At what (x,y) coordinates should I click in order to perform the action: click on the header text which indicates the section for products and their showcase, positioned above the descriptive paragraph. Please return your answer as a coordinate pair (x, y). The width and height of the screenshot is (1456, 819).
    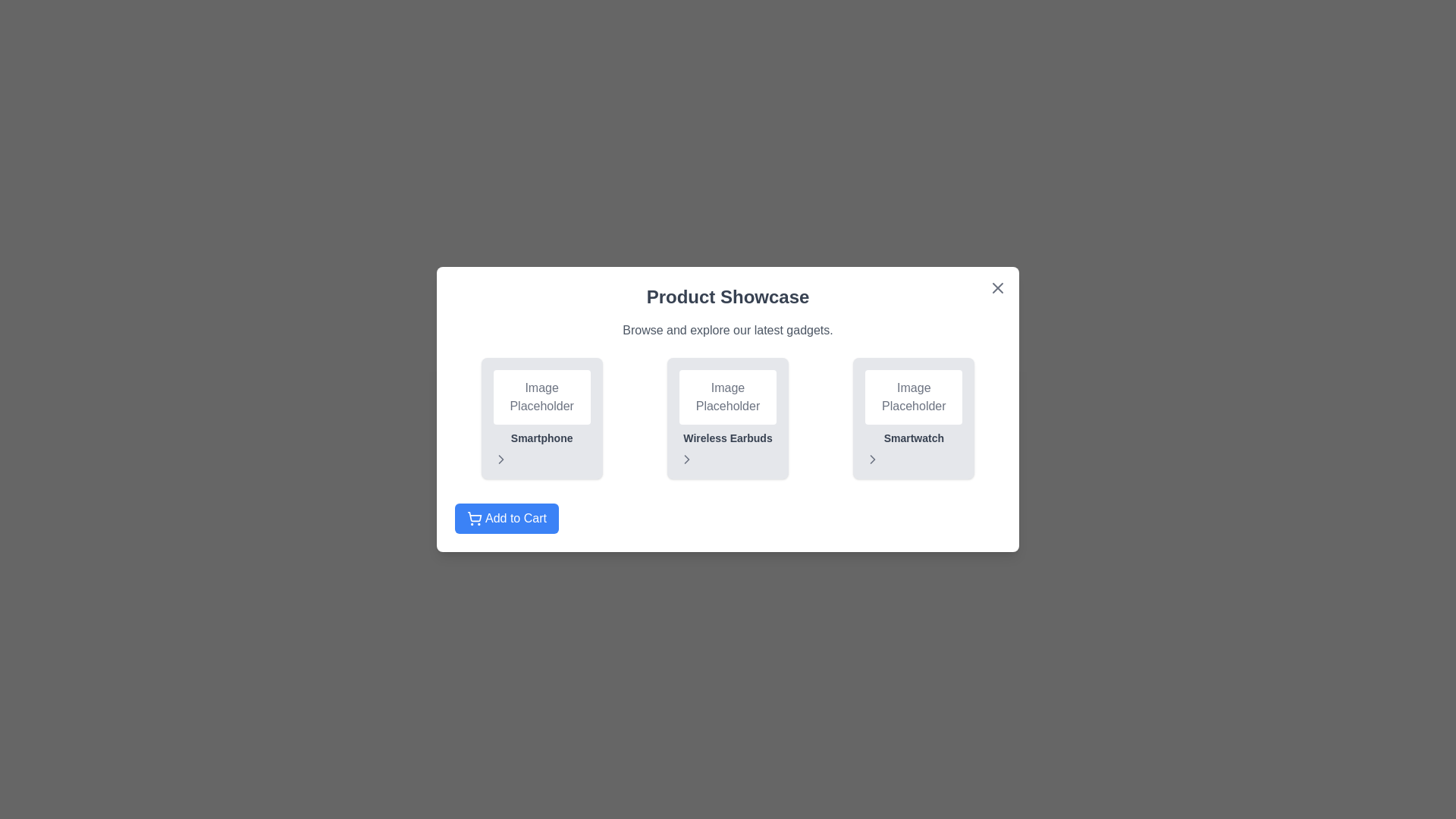
    Looking at the image, I should click on (728, 297).